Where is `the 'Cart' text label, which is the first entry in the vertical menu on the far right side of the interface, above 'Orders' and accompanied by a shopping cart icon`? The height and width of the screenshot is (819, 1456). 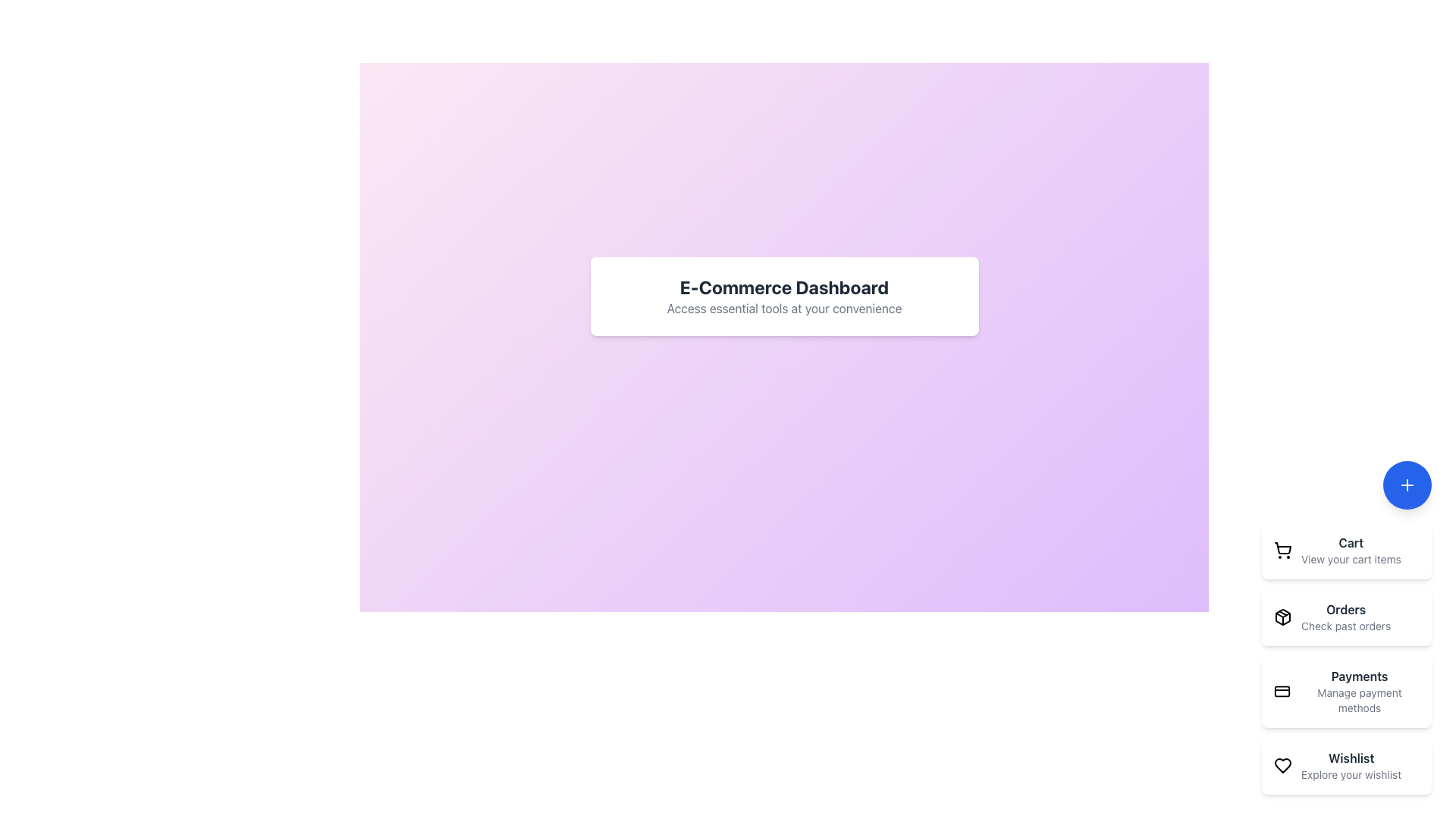
the 'Cart' text label, which is the first entry in the vertical menu on the far right side of the interface, above 'Orders' and accompanied by a shopping cart icon is located at coordinates (1351, 550).